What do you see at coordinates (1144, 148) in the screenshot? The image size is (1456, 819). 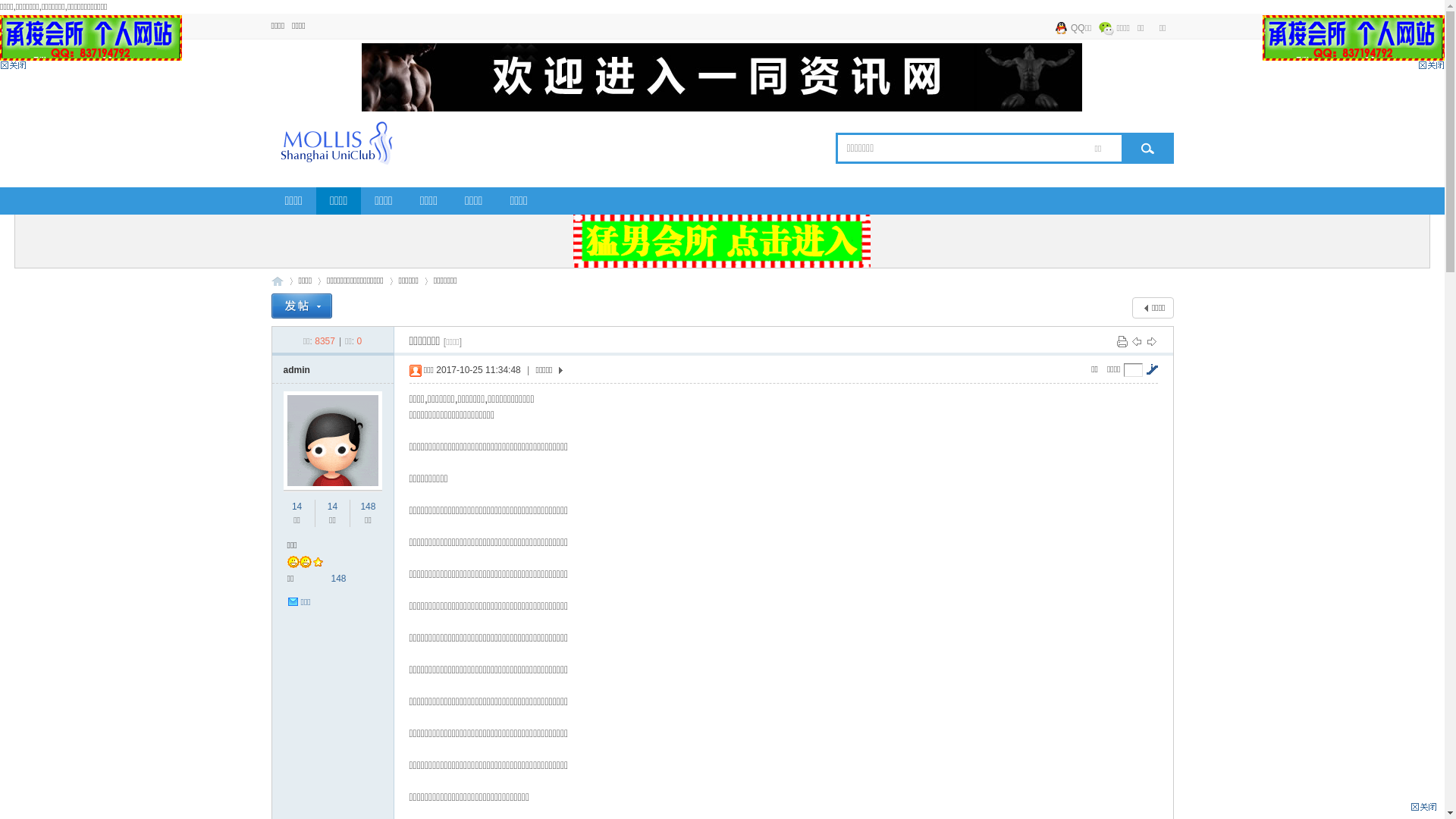 I see `'true'` at bounding box center [1144, 148].